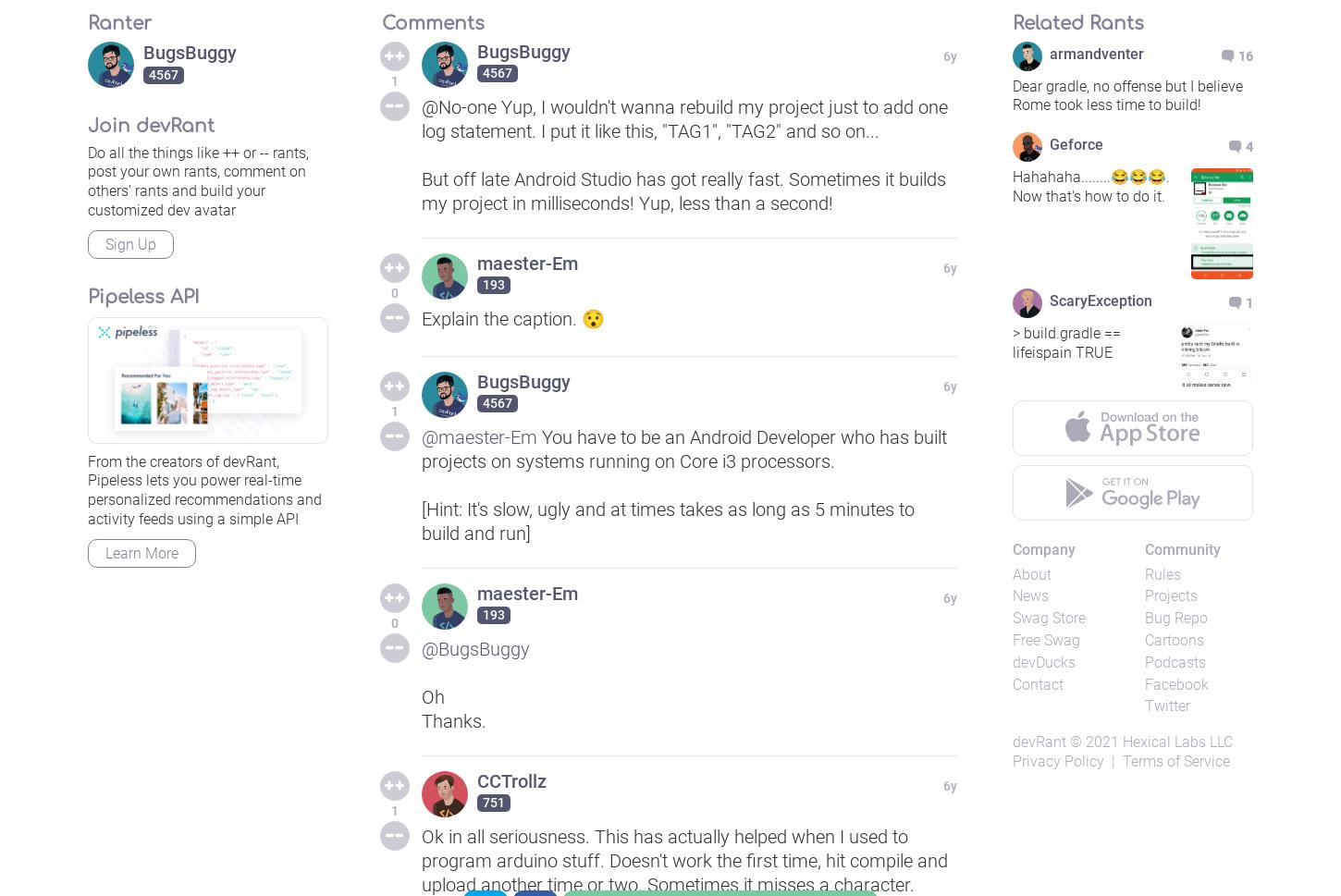 This screenshot has width=1341, height=896. Describe the element at coordinates (1012, 547) in the screenshot. I see `'Company'` at that location.